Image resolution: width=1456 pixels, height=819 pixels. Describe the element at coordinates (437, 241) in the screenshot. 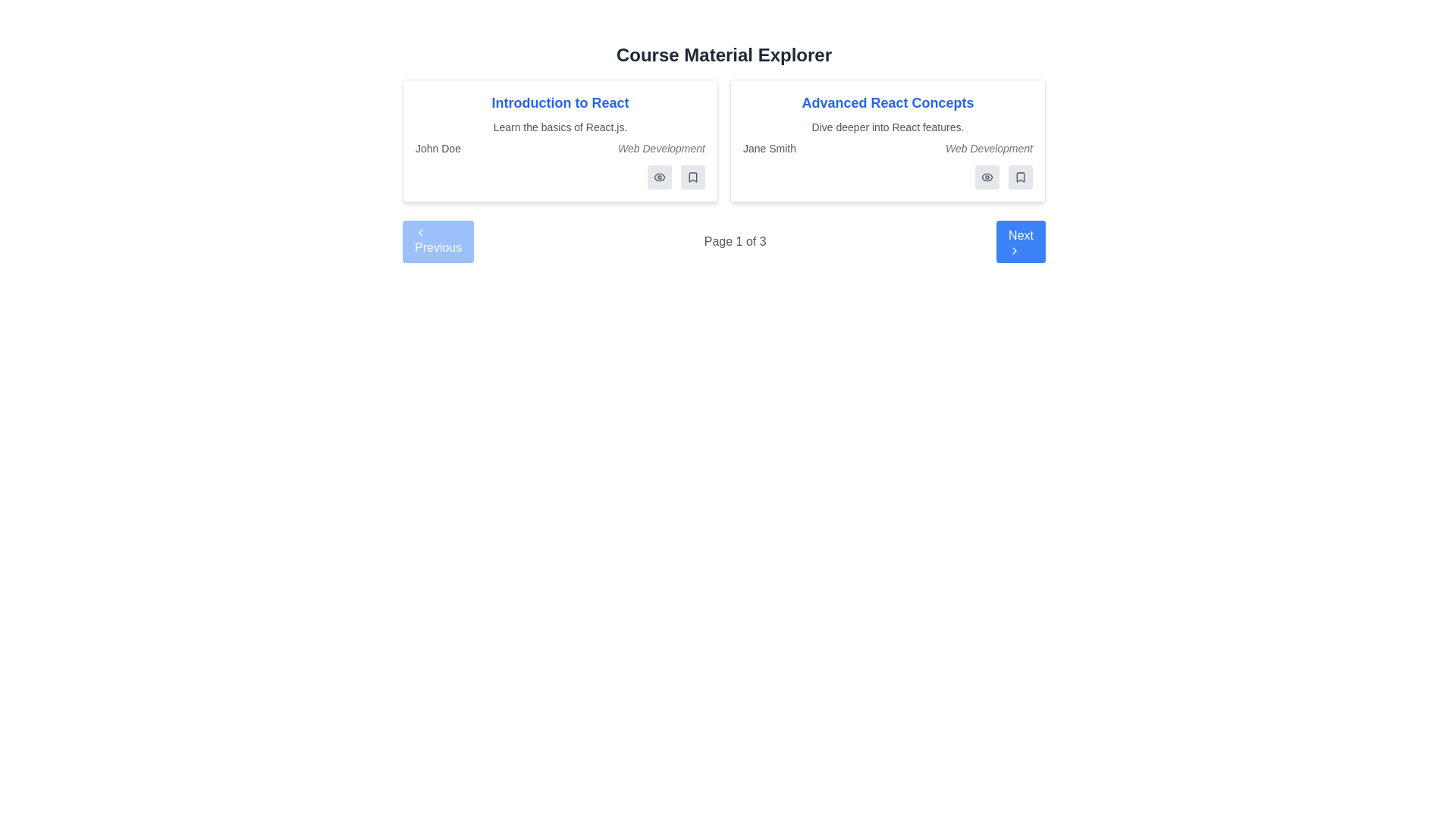

I see `the navigation button located at the bottom left corner of the interface` at that location.